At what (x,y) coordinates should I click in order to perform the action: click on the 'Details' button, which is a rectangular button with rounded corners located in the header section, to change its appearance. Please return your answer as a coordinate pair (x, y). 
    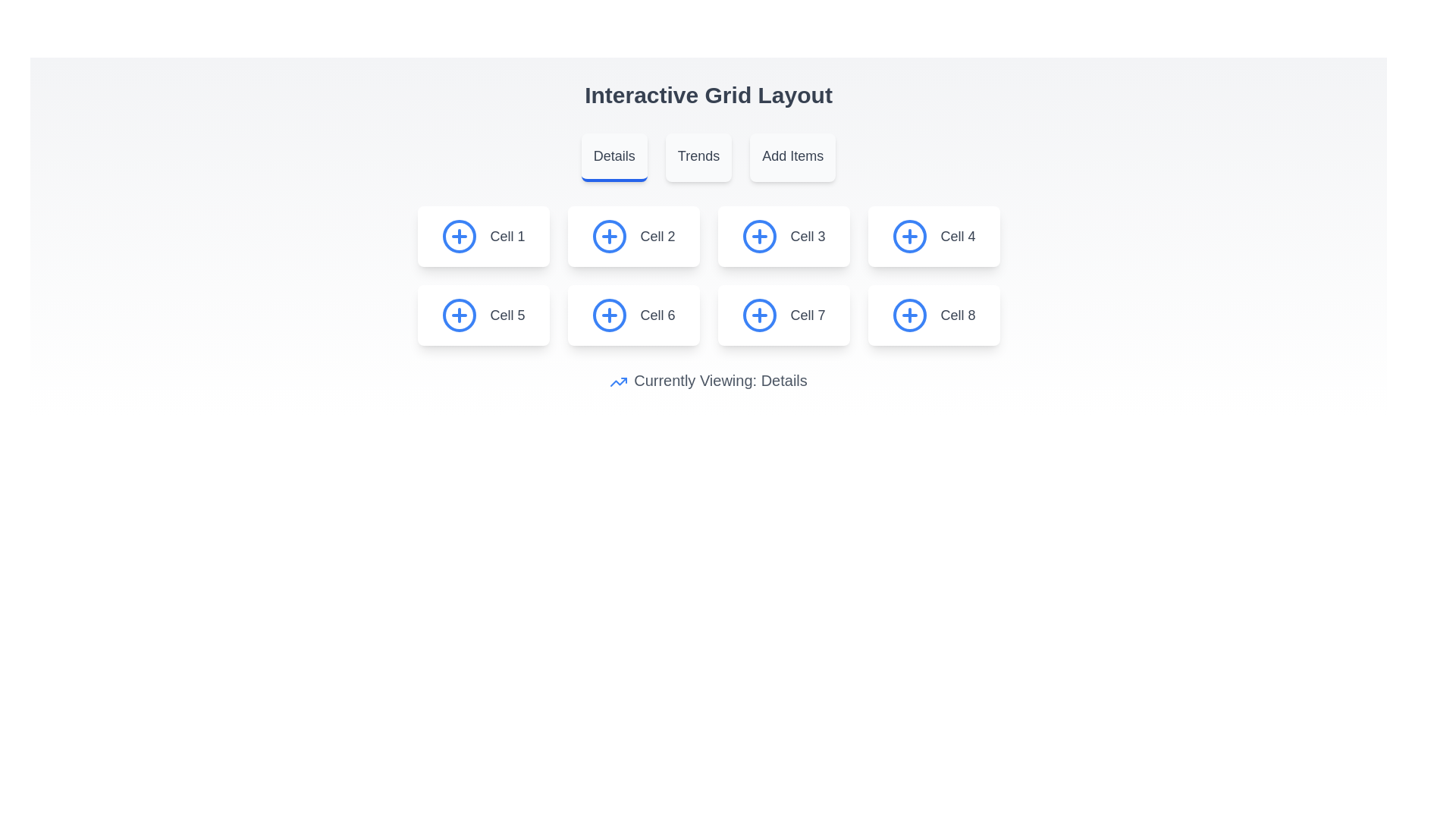
    Looking at the image, I should click on (614, 158).